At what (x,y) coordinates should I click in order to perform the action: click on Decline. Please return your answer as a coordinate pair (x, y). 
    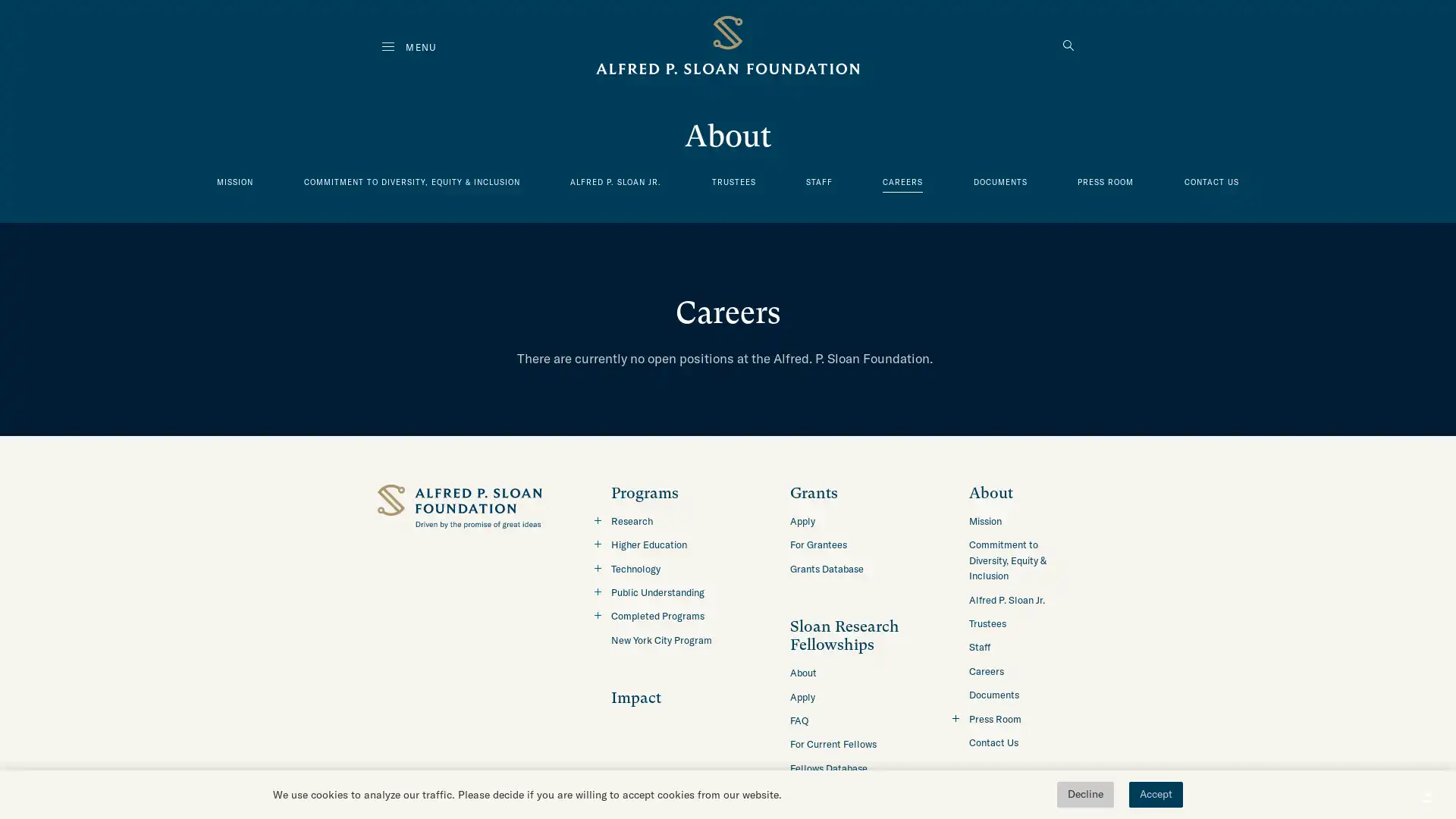
    Looking at the image, I should click on (1084, 794).